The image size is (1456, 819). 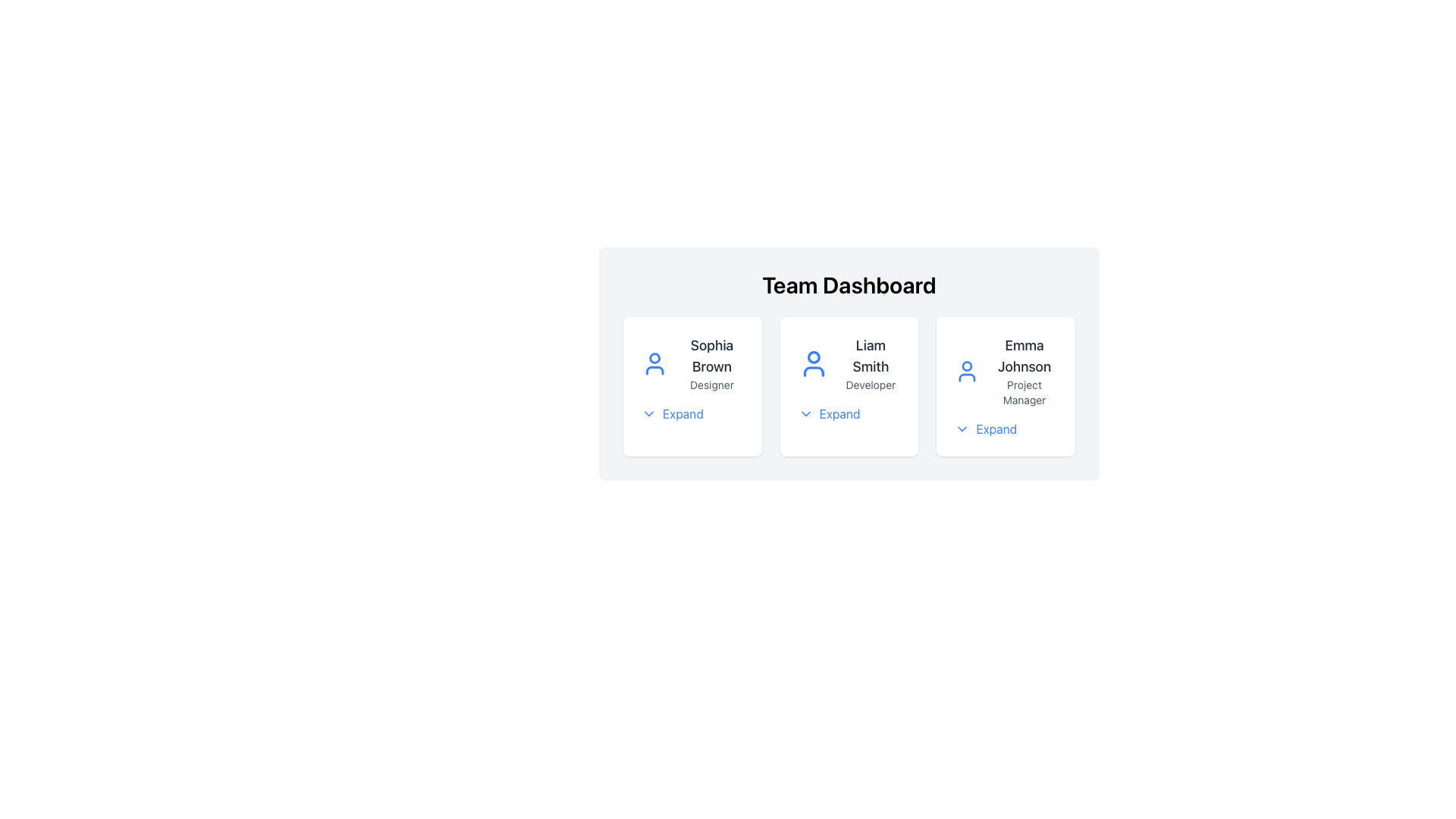 What do you see at coordinates (1006, 371) in the screenshot?
I see `the profile icon on the far right of the row of three profile cards for actions` at bounding box center [1006, 371].